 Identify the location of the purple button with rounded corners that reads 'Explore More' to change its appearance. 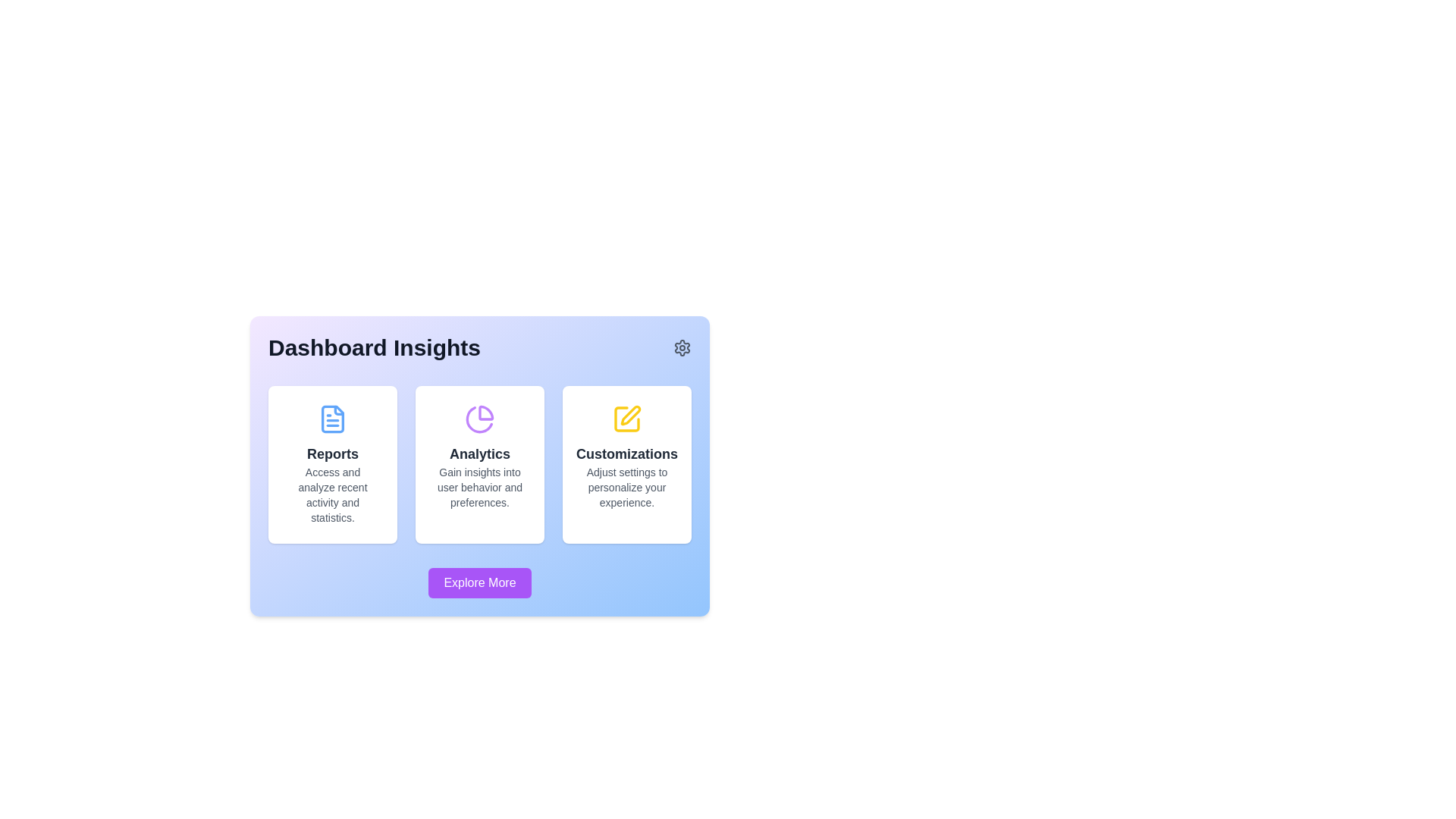
(479, 582).